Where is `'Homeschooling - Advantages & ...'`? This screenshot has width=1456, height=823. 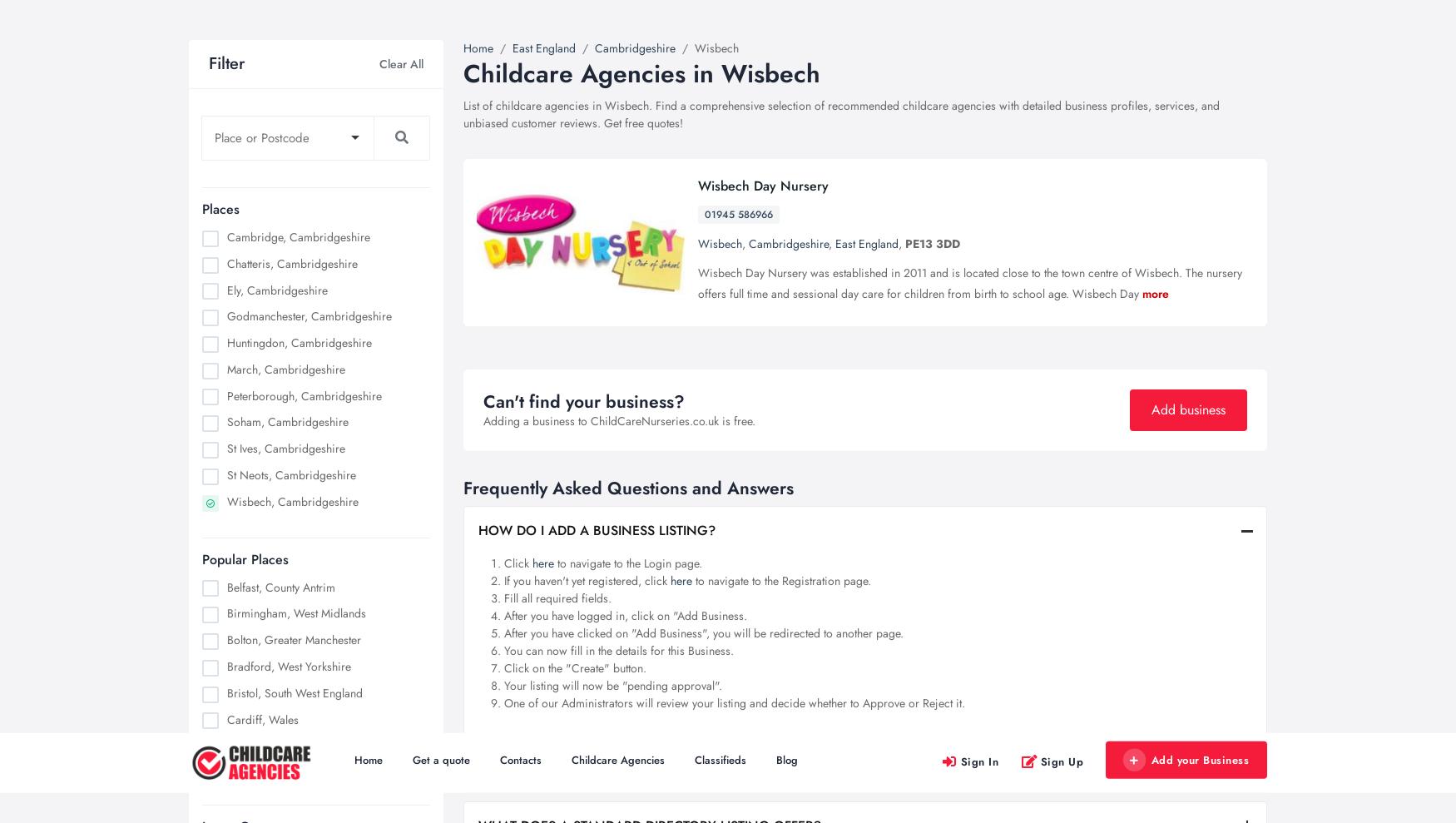 'Homeschooling - Advantages & ...' is located at coordinates (344, 687).